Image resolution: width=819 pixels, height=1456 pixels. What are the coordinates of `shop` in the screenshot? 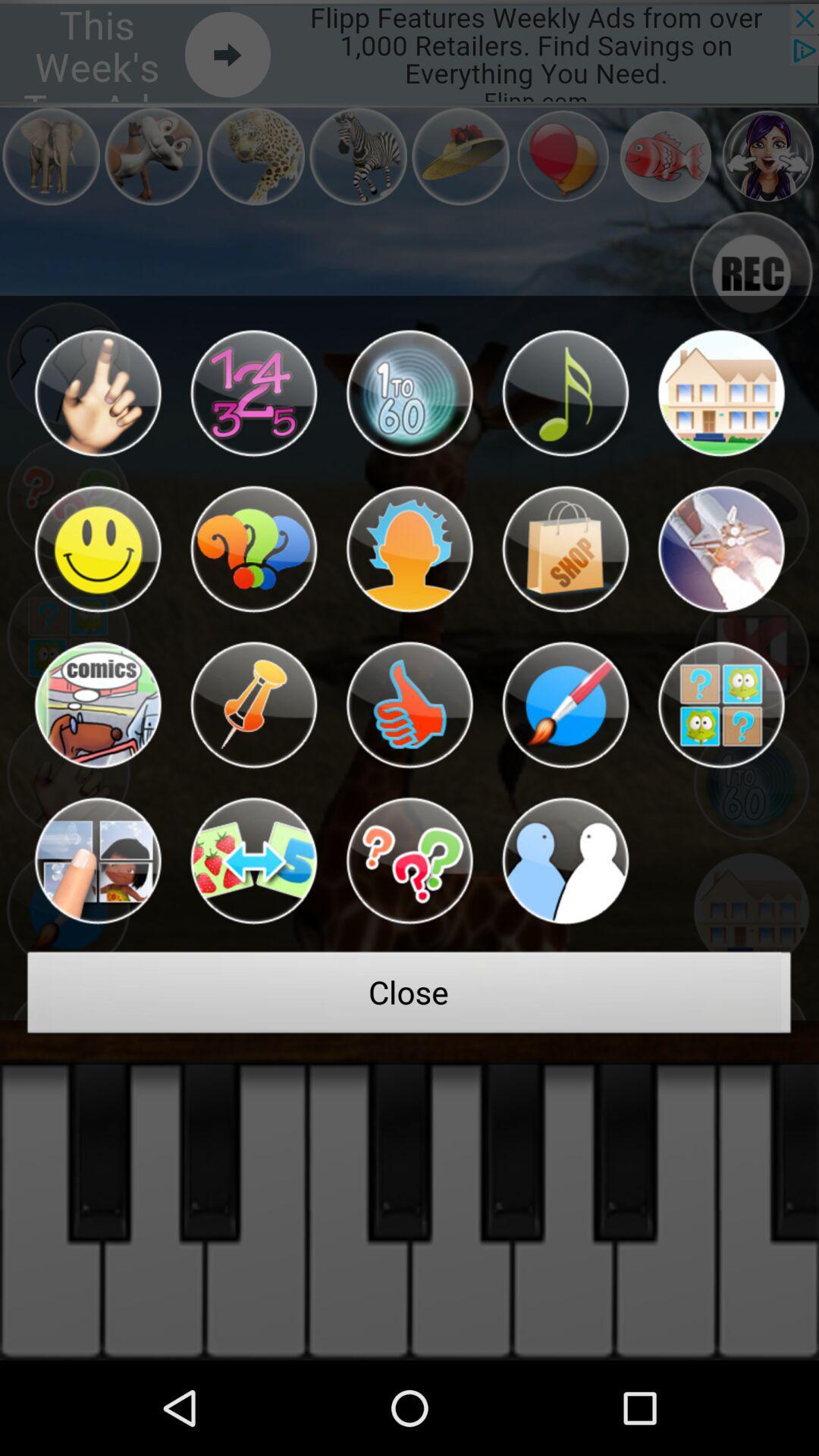 It's located at (565, 548).